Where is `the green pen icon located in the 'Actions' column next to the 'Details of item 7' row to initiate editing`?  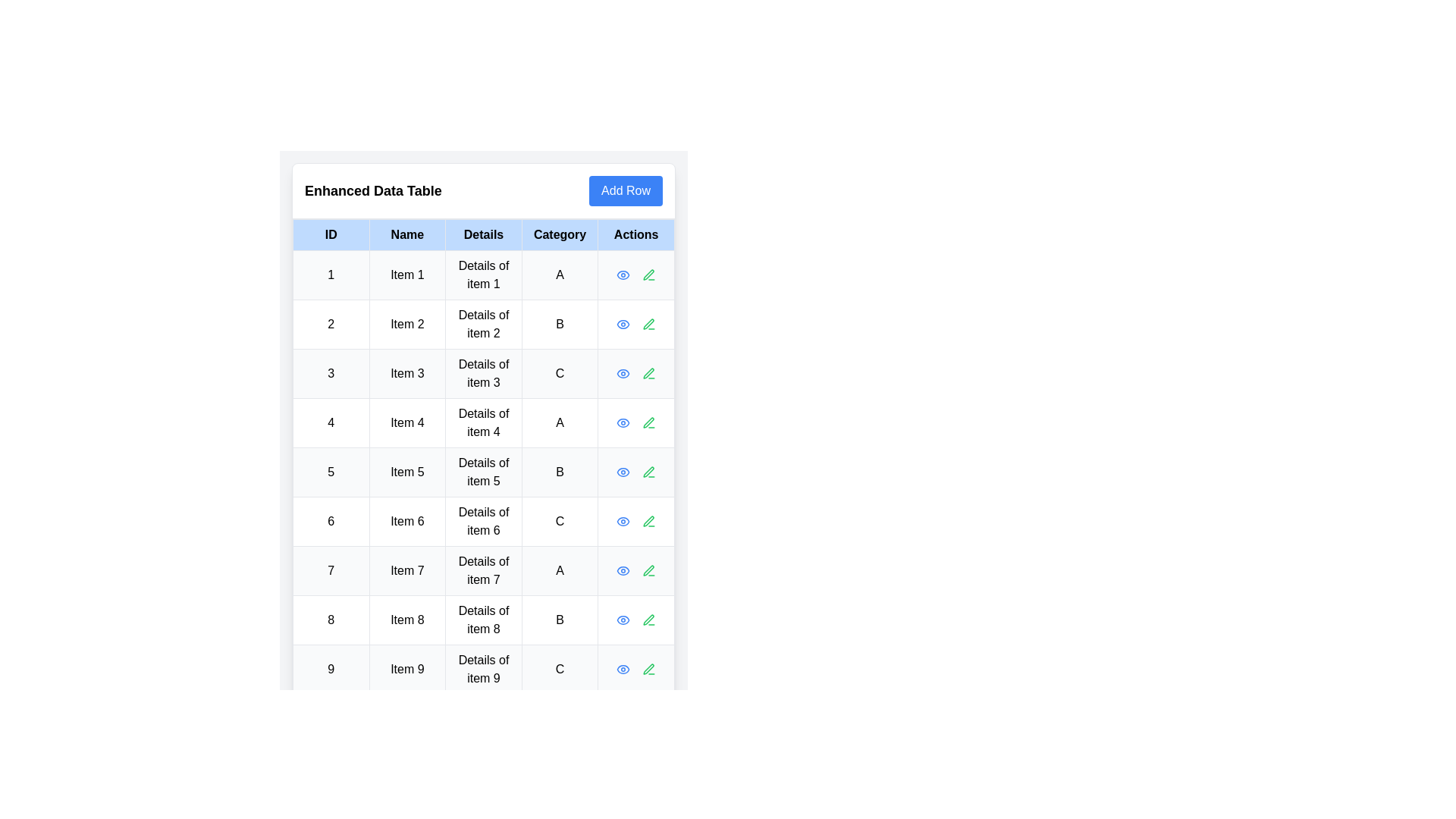
the green pen icon located in the 'Actions' column next to the 'Details of item 7' row to initiate editing is located at coordinates (649, 570).